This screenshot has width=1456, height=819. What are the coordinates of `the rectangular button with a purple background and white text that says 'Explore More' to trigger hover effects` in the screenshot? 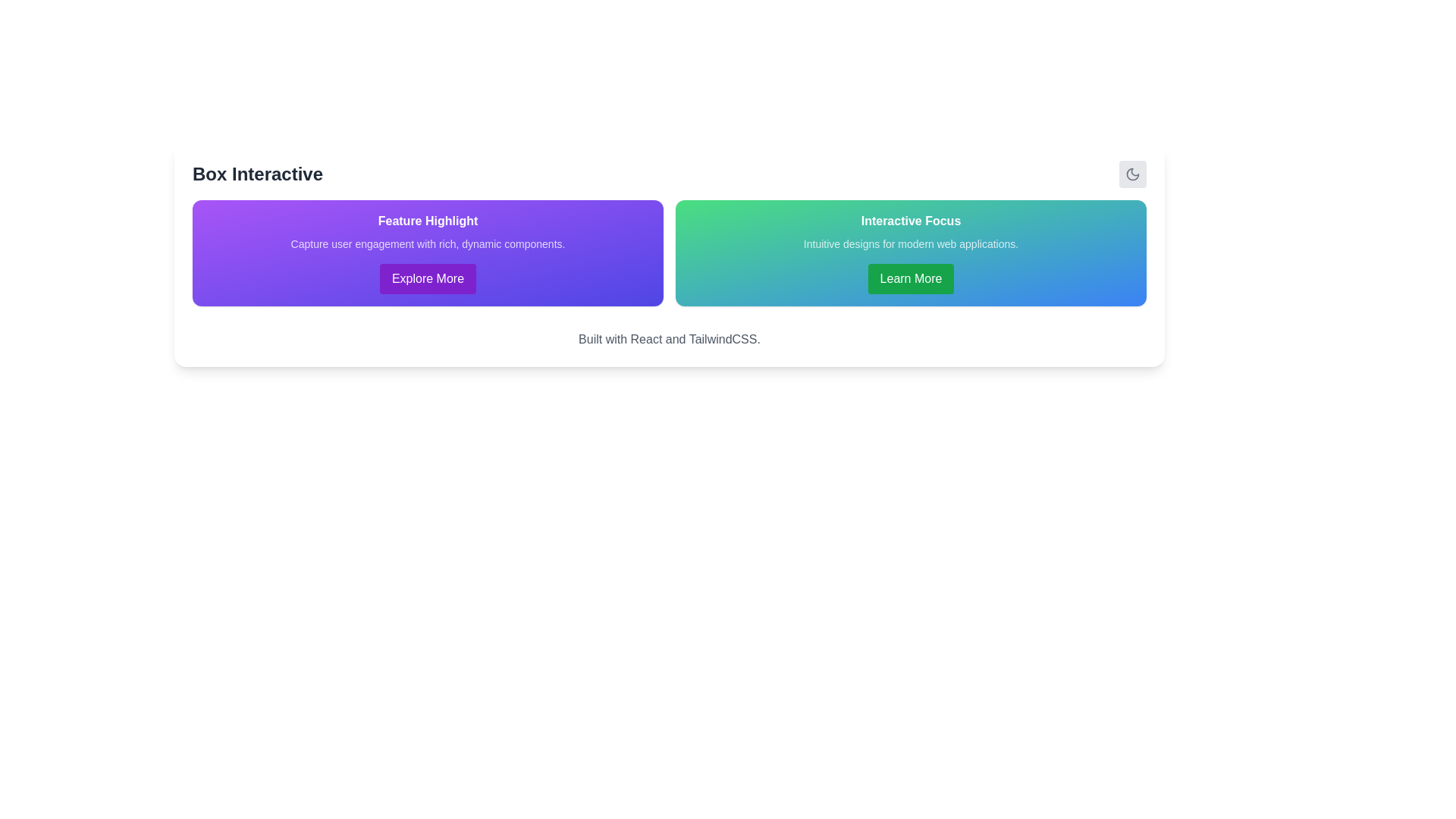 It's located at (427, 278).